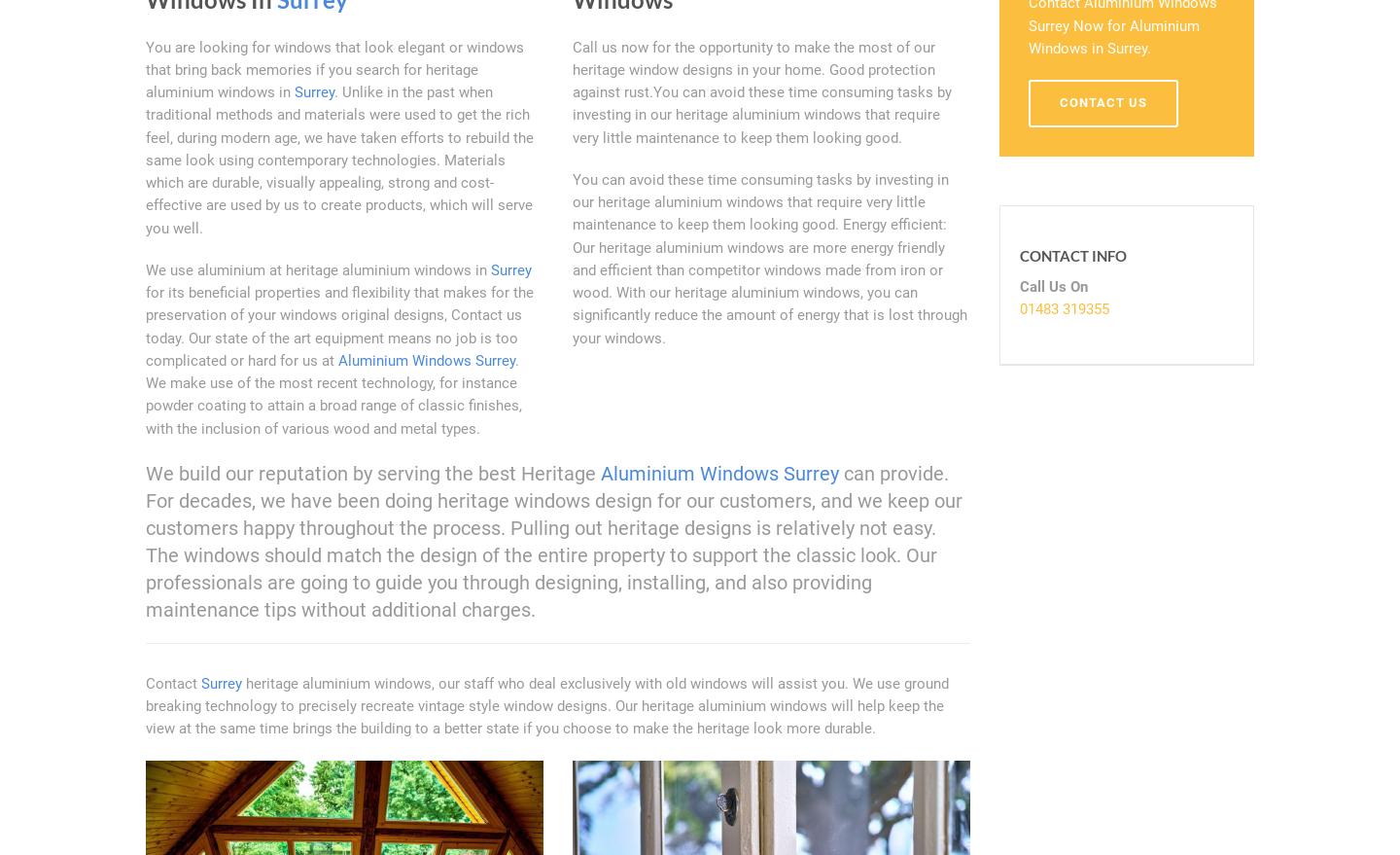 This screenshot has width=1400, height=855. What do you see at coordinates (1052, 286) in the screenshot?
I see `'Call Us On'` at bounding box center [1052, 286].